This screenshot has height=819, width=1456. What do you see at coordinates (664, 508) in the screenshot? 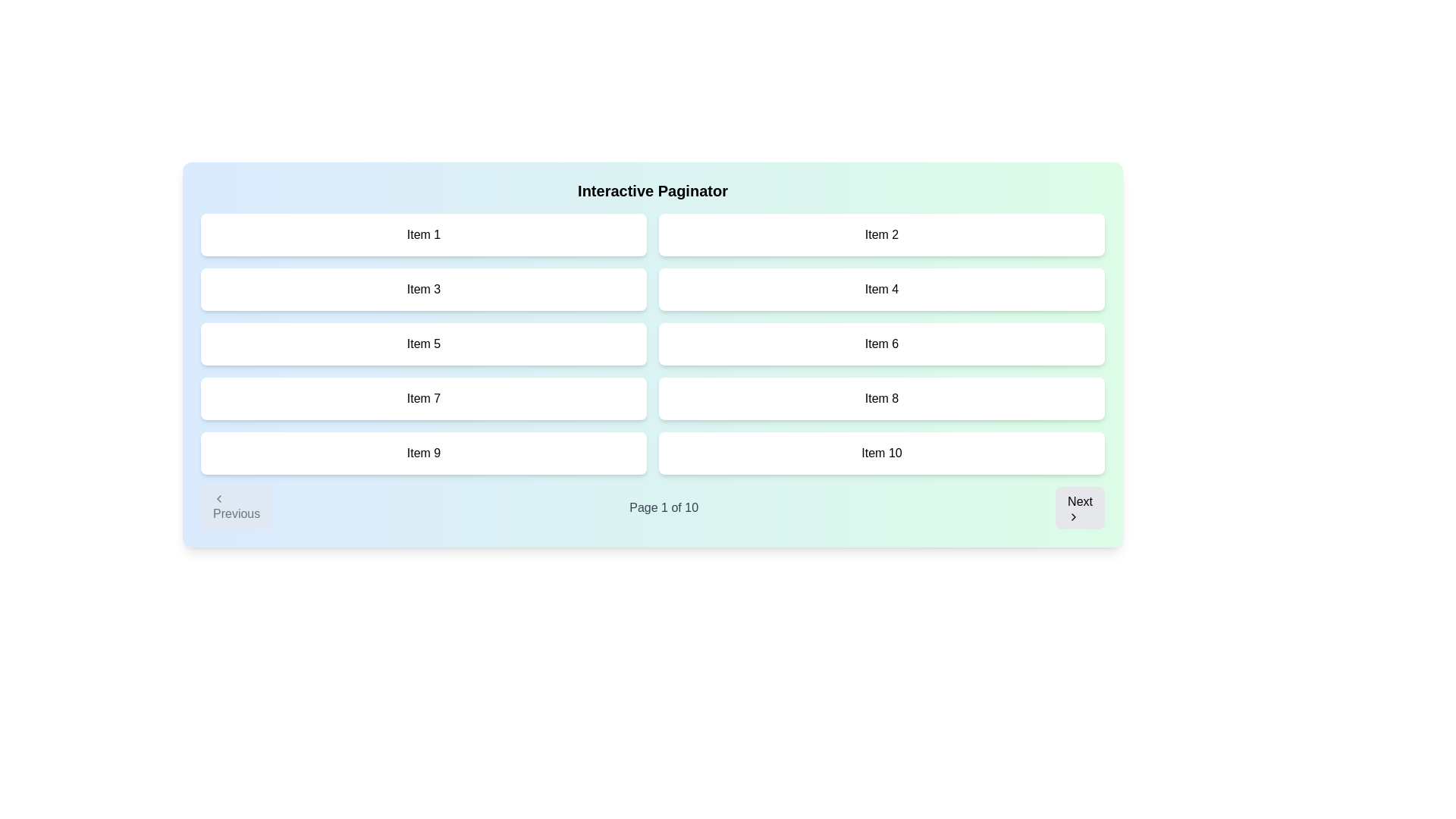
I see `the text label displaying 'Page 1 of 10' which is styled in gray and located between the 'Previous' and 'Next' buttons in the navigation panel` at bounding box center [664, 508].